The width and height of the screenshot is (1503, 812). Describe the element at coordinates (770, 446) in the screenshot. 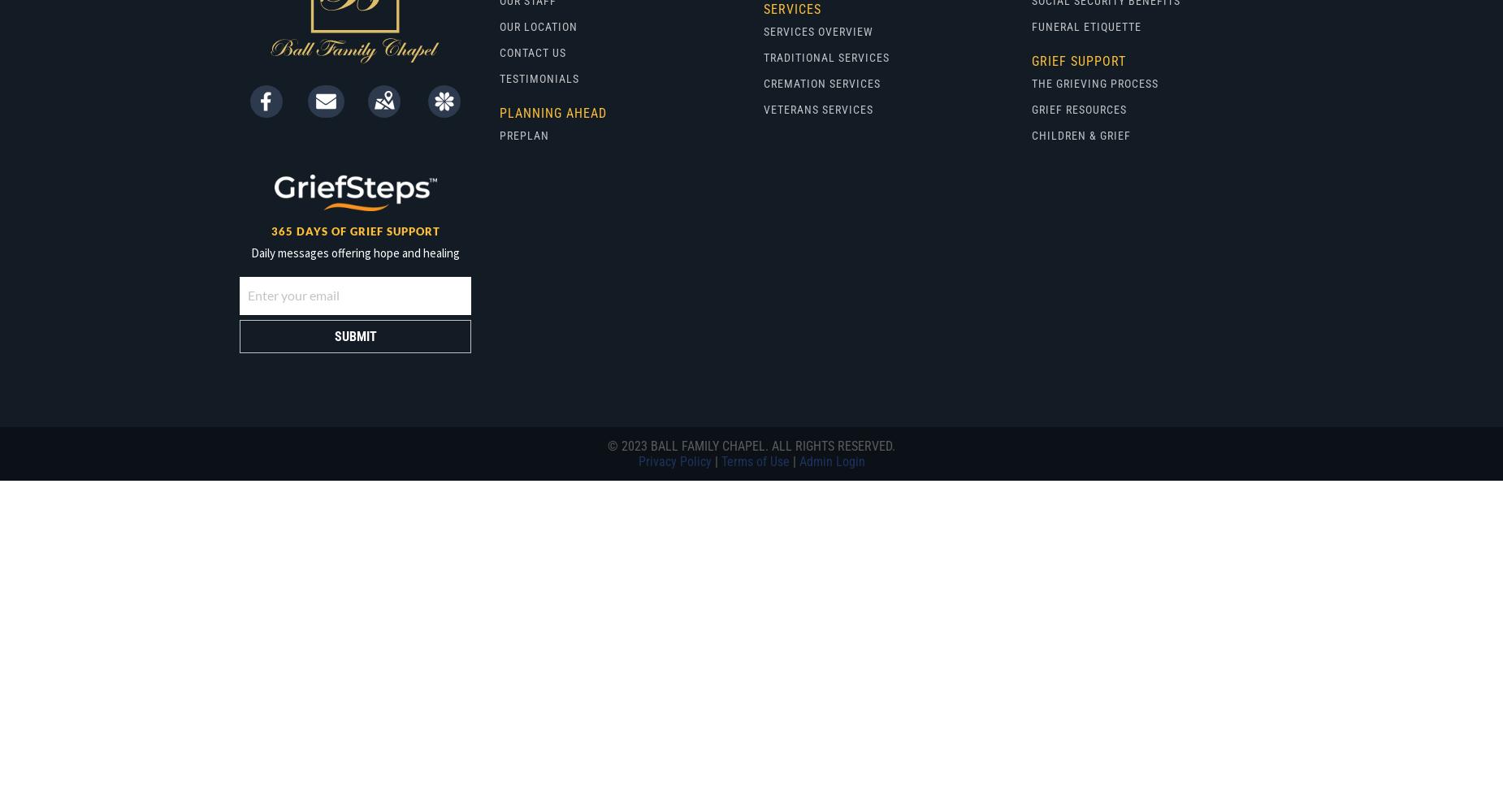

I see `'BALL FAMILY CHAPEL. ALL RIGHTS RESERVED.'` at that location.